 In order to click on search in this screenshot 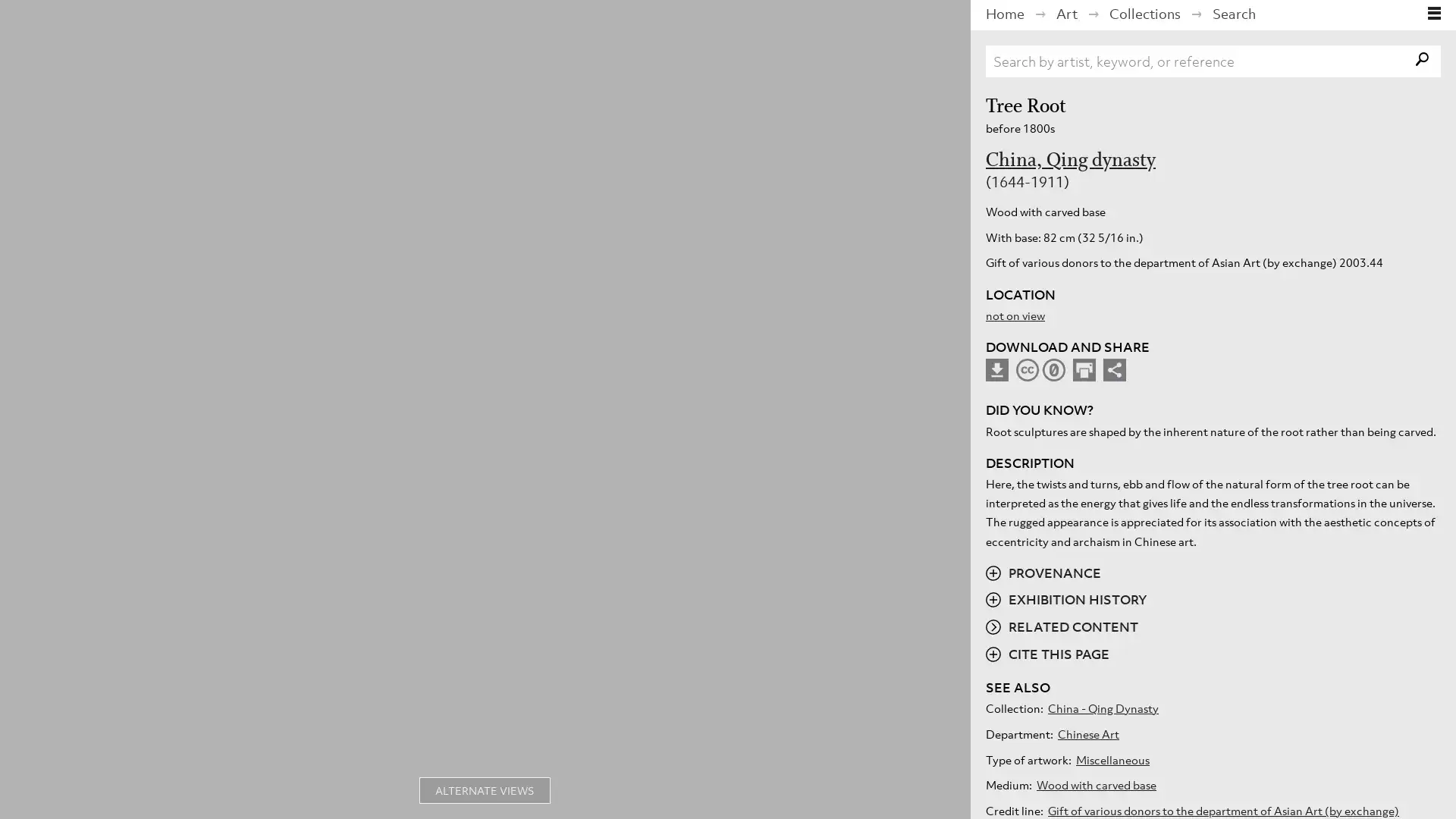, I will do `click(1421, 61)`.